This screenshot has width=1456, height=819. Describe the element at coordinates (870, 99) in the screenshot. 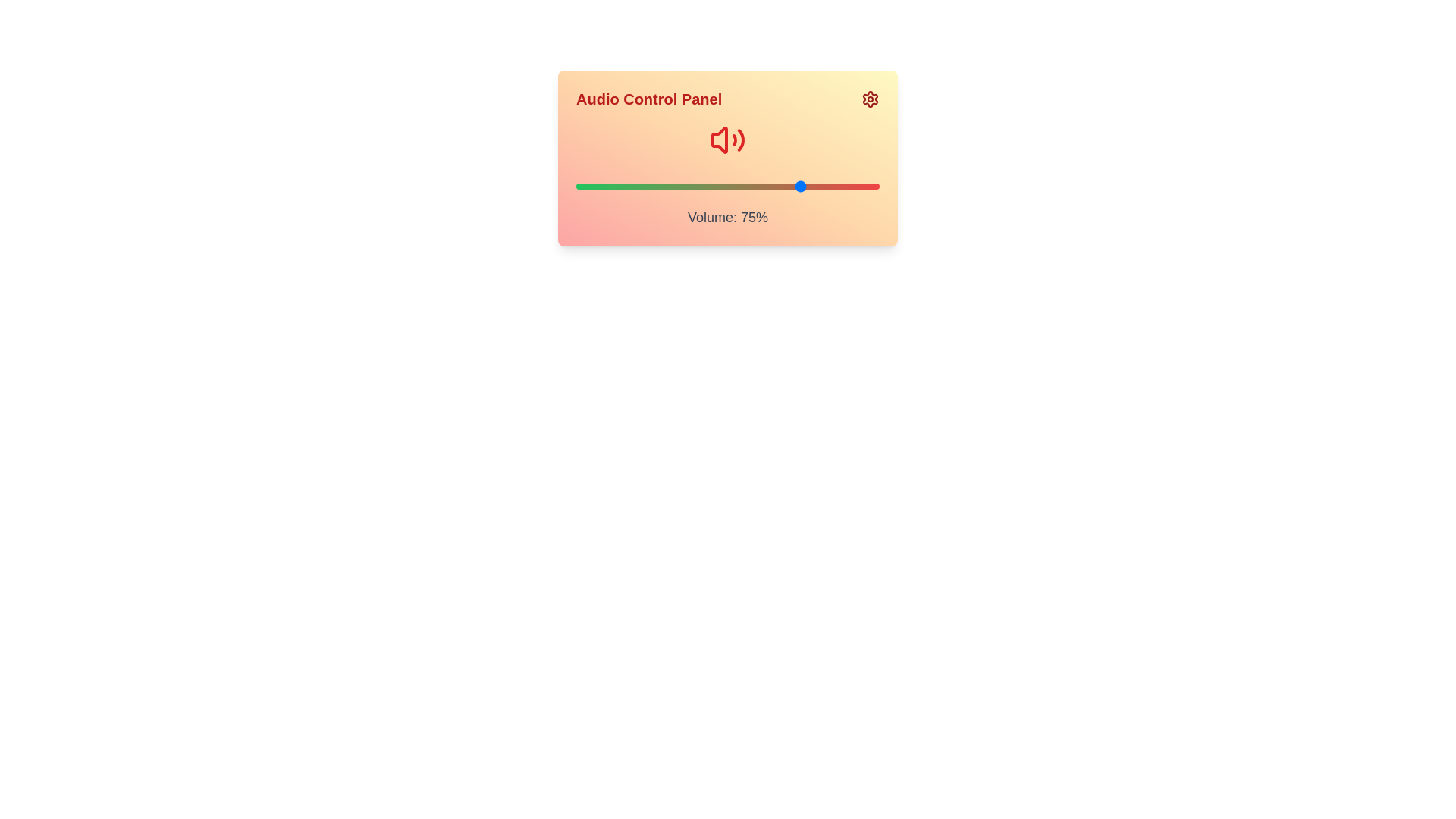

I see `the settings icon in the Audio Control Panel` at that location.